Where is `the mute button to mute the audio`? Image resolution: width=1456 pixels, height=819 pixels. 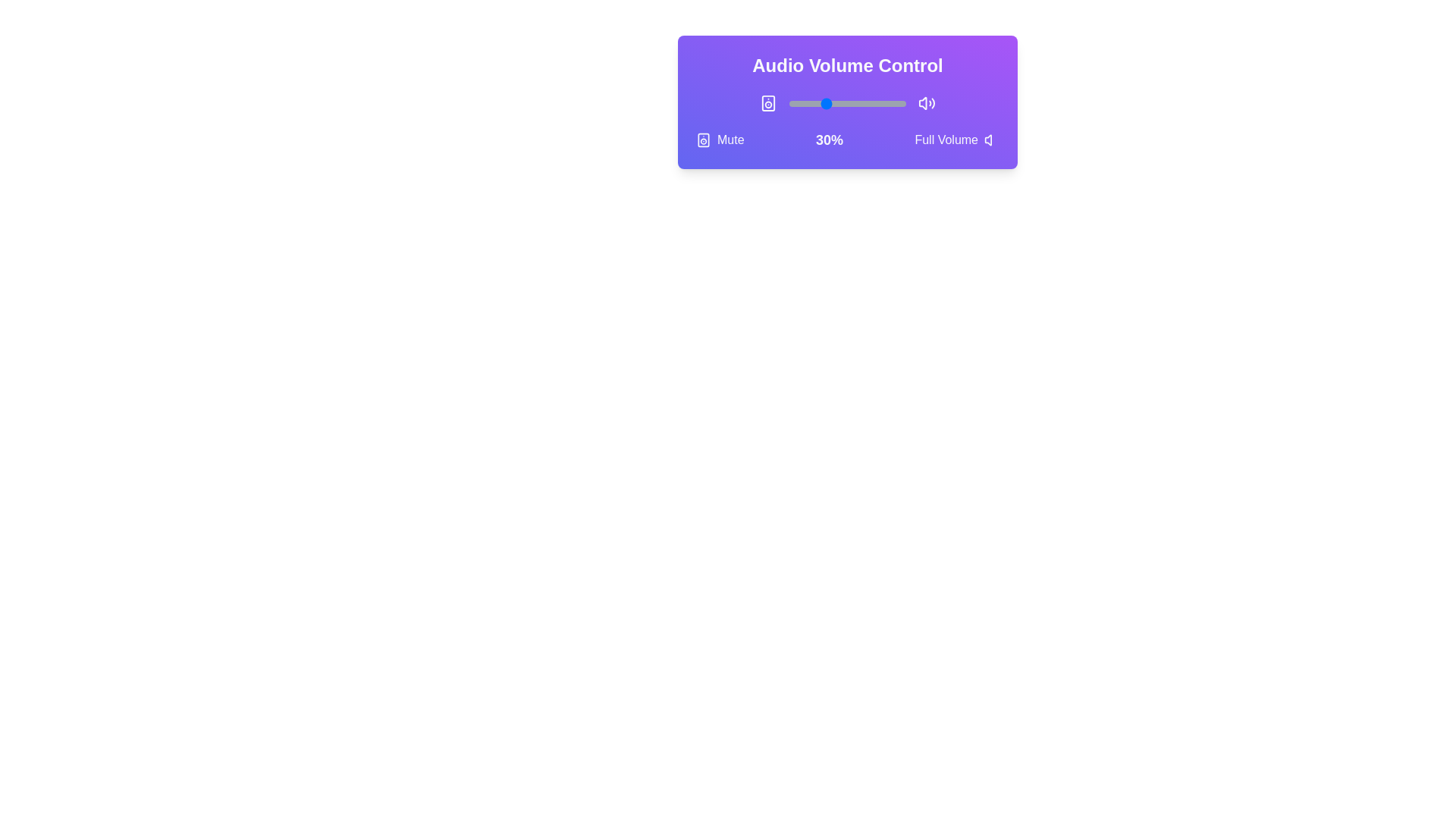
the mute button to mute the audio is located at coordinates (719, 140).